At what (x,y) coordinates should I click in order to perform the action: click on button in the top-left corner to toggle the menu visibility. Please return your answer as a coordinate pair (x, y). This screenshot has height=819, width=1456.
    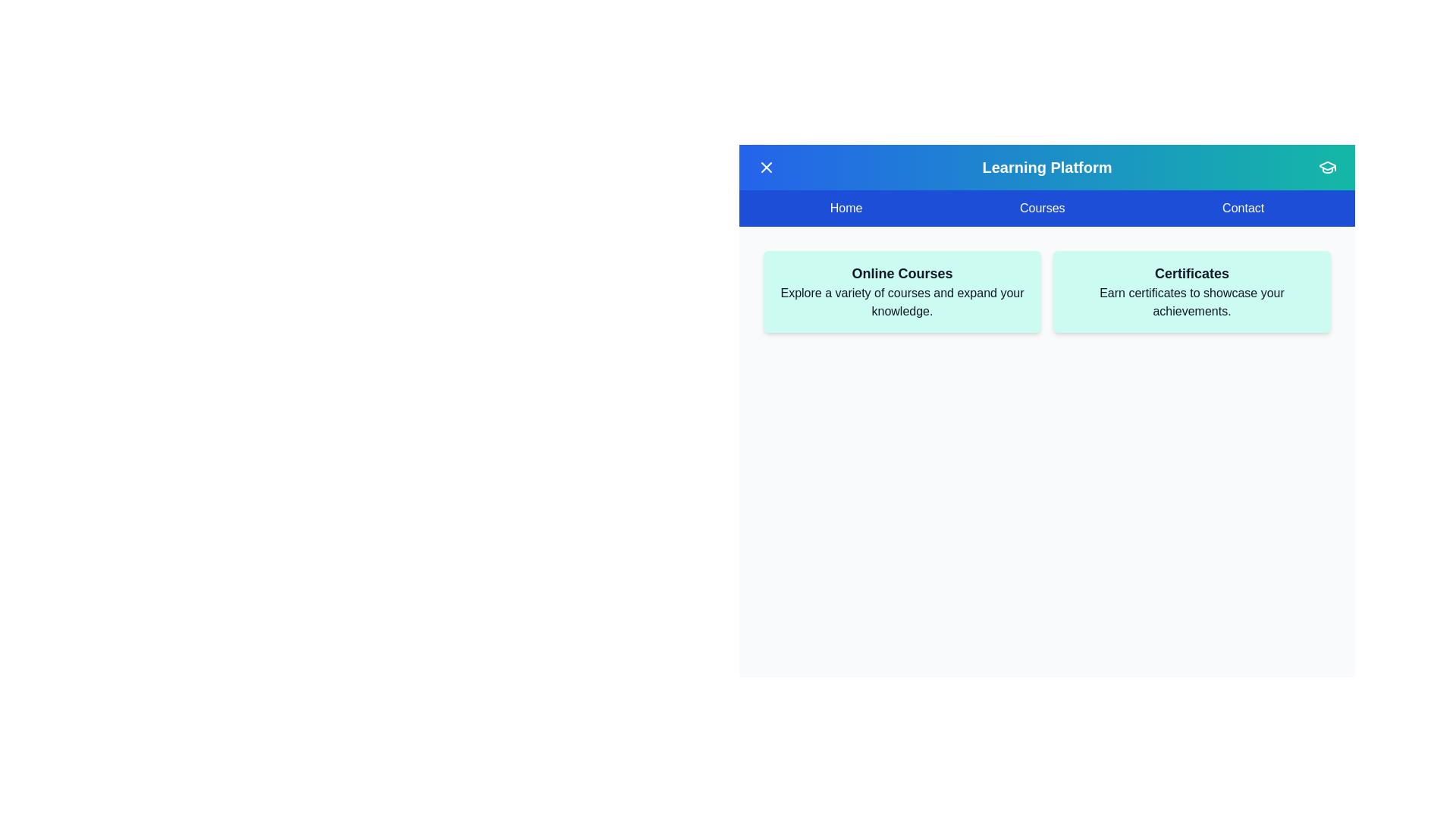
    Looking at the image, I should click on (767, 167).